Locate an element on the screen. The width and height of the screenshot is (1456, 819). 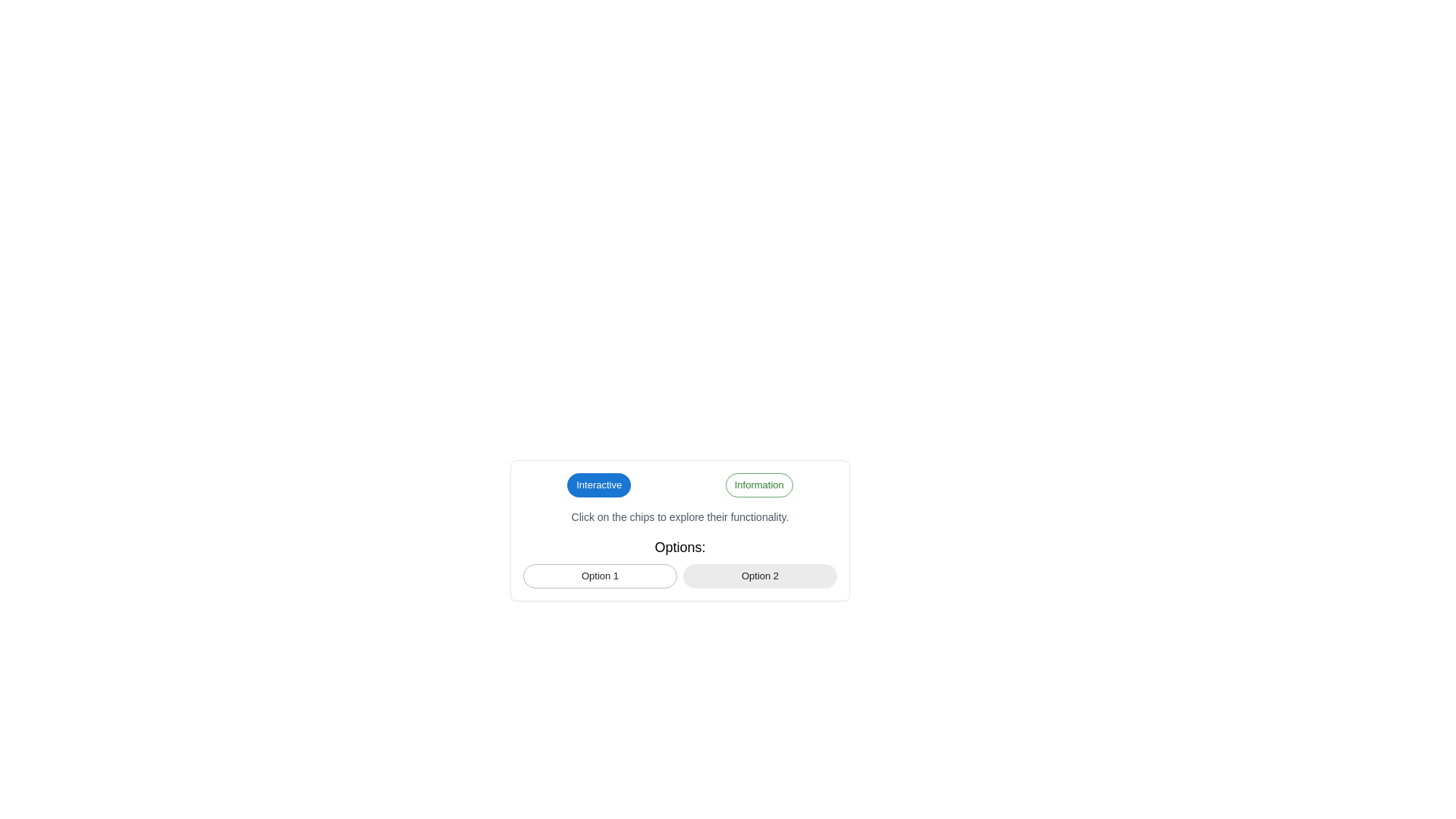
the 'Option 1' chip component is located at coordinates (599, 576).